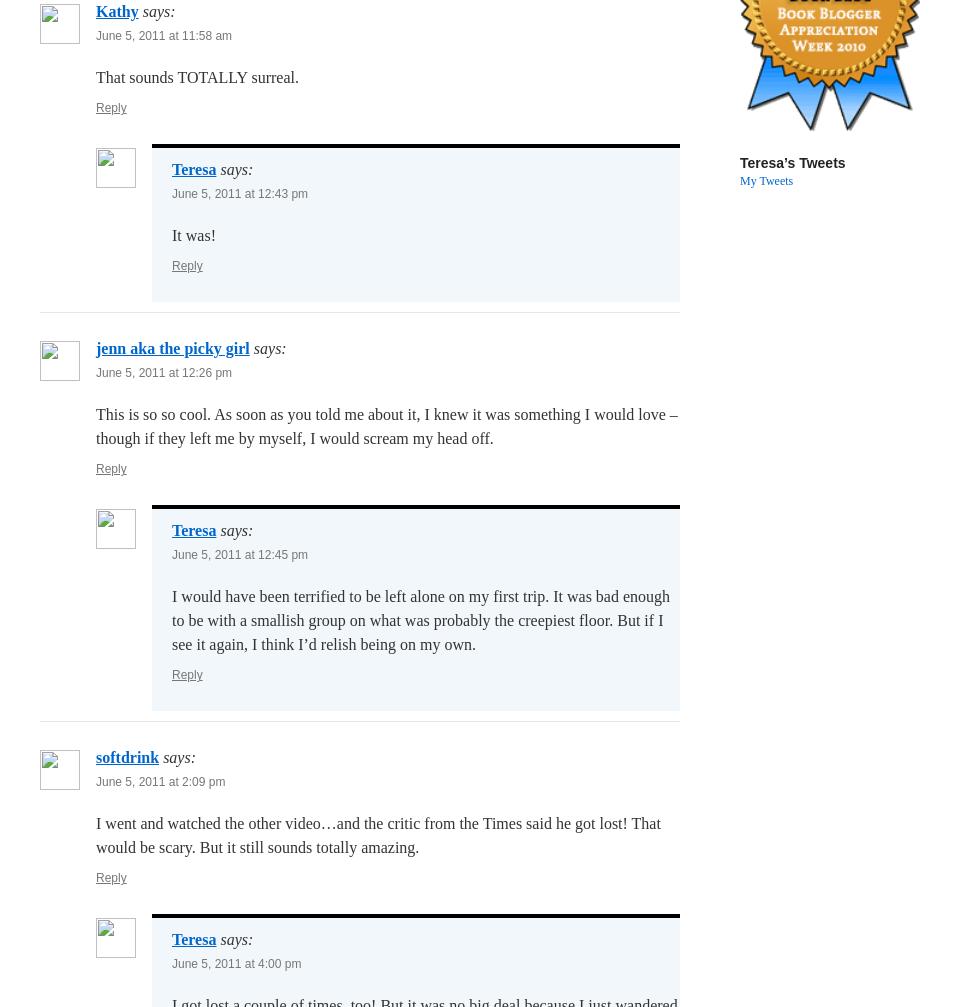  What do you see at coordinates (96, 35) in the screenshot?
I see `'June 5, 2011 at 11:58 am'` at bounding box center [96, 35].